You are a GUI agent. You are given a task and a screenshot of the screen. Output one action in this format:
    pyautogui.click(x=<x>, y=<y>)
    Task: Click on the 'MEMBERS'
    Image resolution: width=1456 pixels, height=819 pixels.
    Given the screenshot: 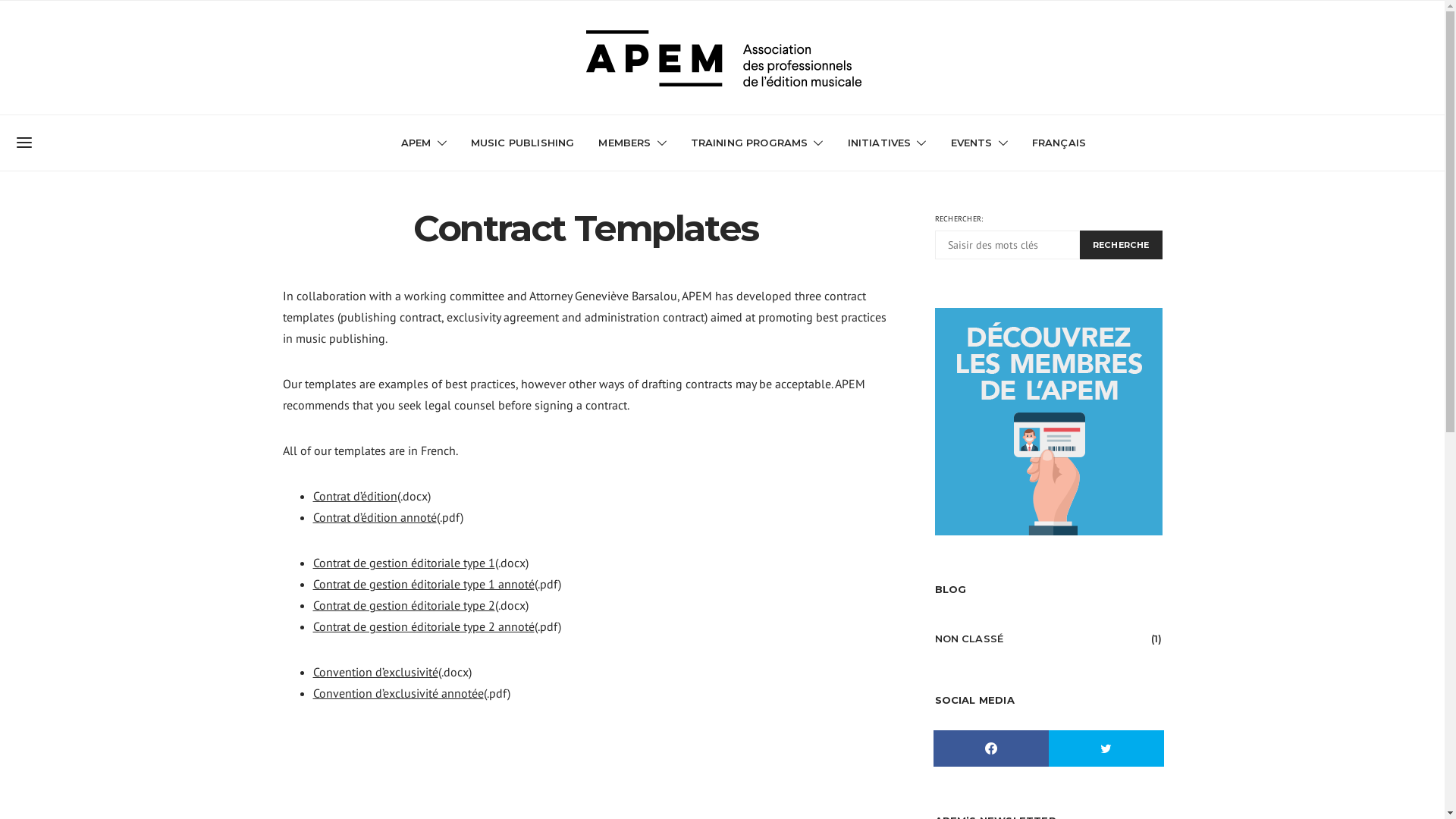 What is the action you would take?
    pyautogui.click(x=632, y=143)
    